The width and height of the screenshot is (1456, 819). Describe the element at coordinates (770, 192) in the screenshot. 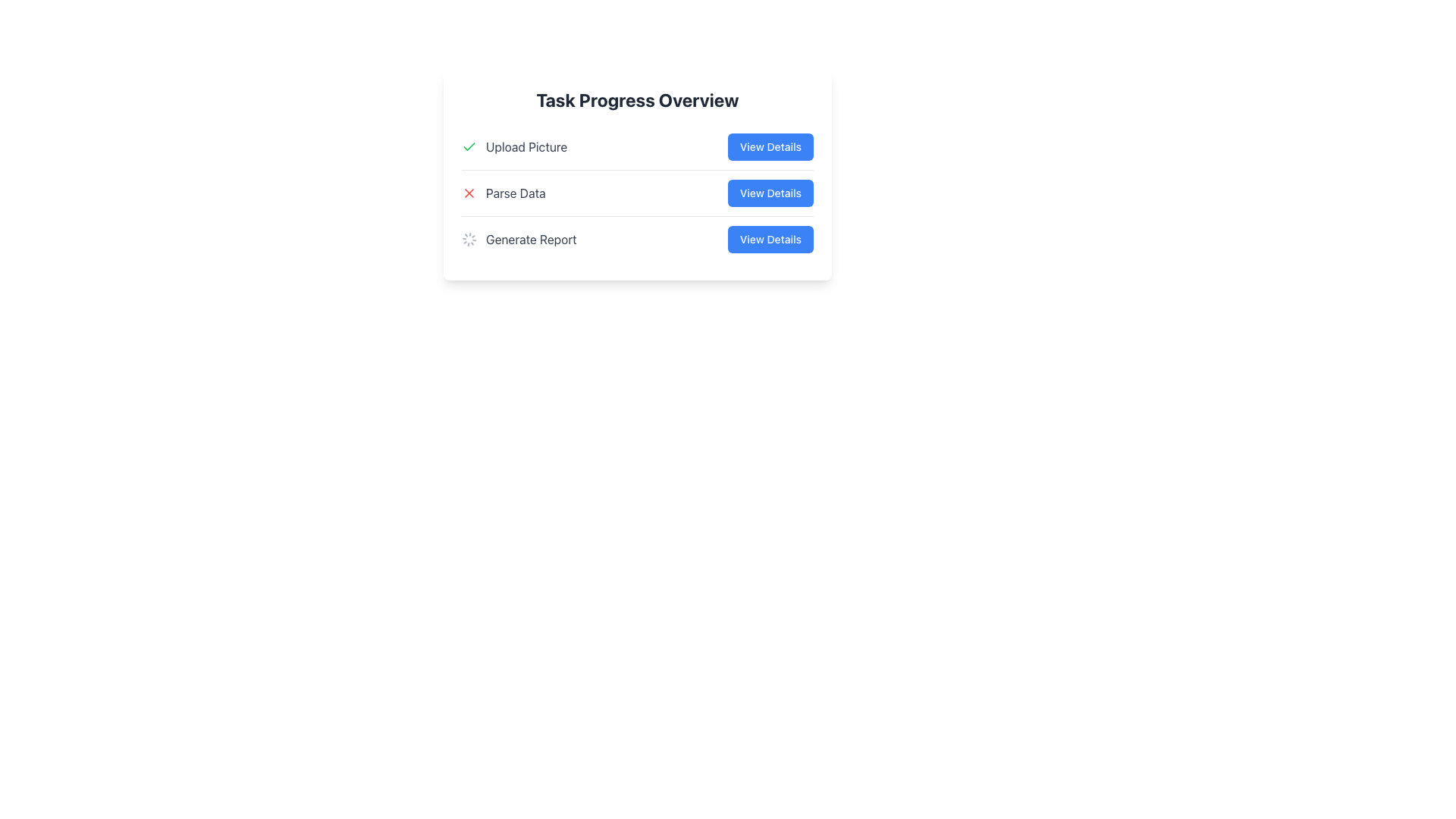

I see `the blue rectangular button with rounded edges that reads 'View Details'` at that location.